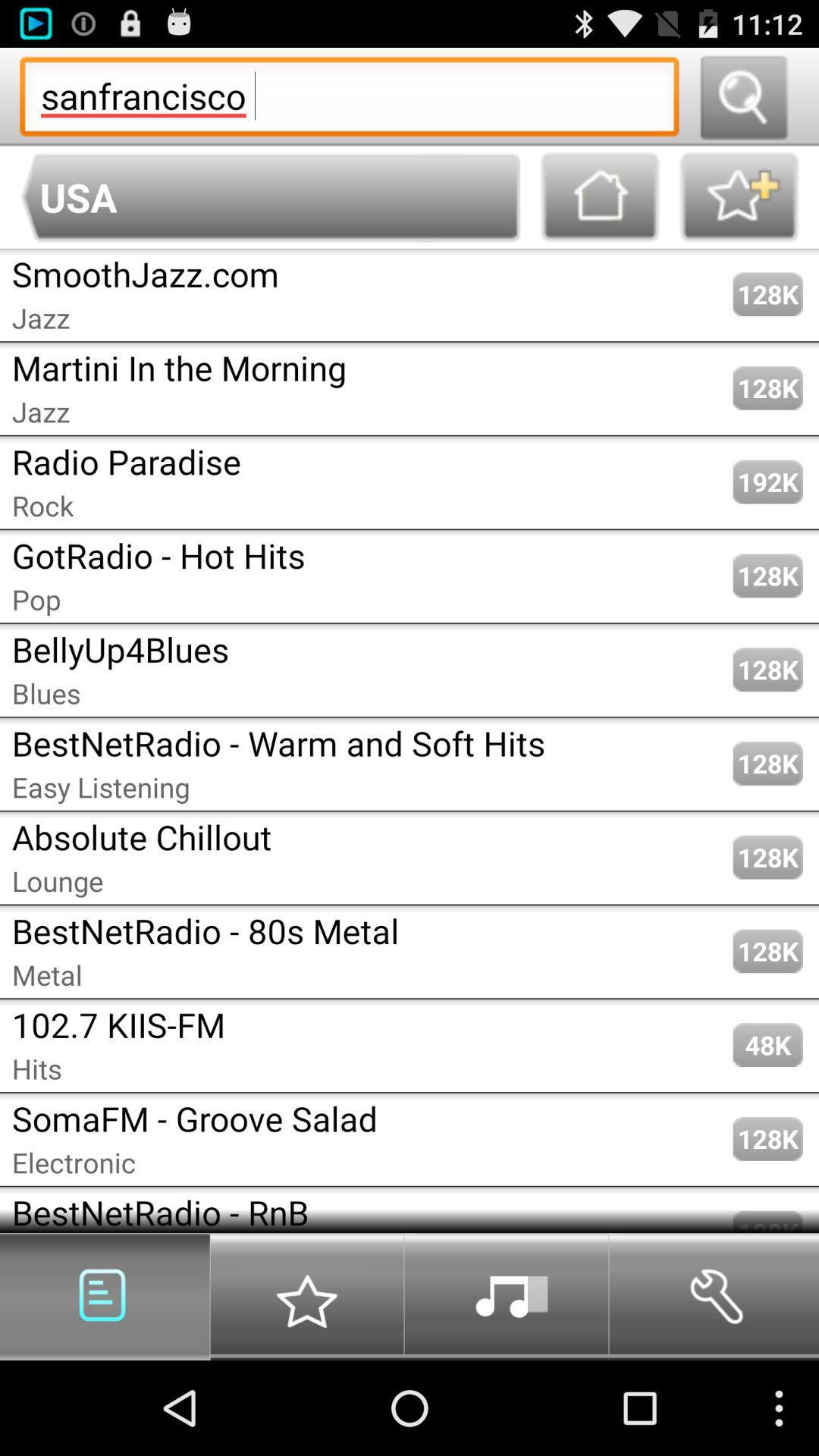 The image size is (819, 1456). I want to click on home page, so click(599, 196).